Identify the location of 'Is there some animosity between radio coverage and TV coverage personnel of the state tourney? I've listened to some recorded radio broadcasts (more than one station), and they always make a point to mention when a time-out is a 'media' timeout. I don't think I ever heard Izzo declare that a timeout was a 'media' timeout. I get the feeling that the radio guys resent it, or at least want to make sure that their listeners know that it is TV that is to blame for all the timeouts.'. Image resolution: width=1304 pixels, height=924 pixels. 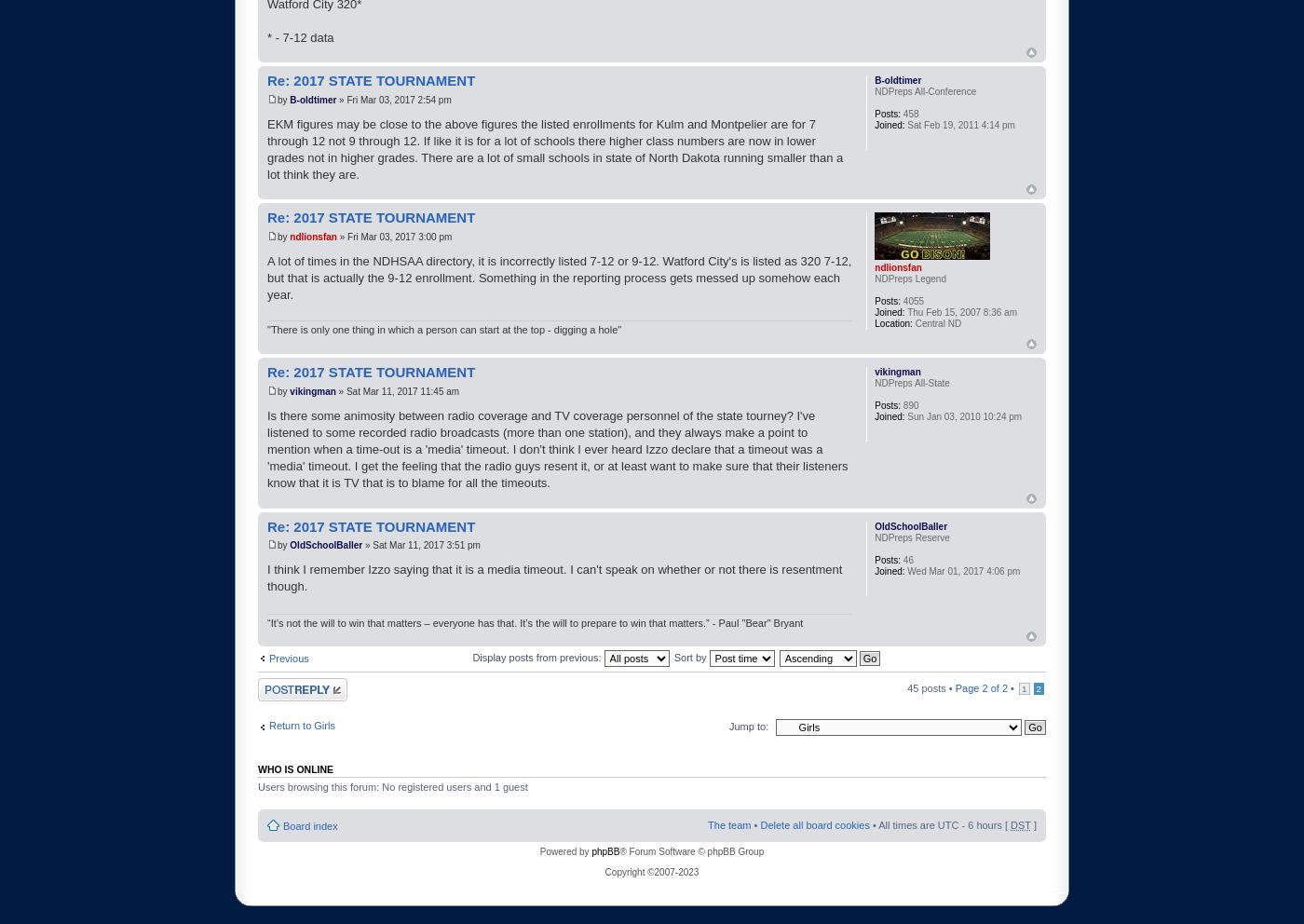
(557, 449).